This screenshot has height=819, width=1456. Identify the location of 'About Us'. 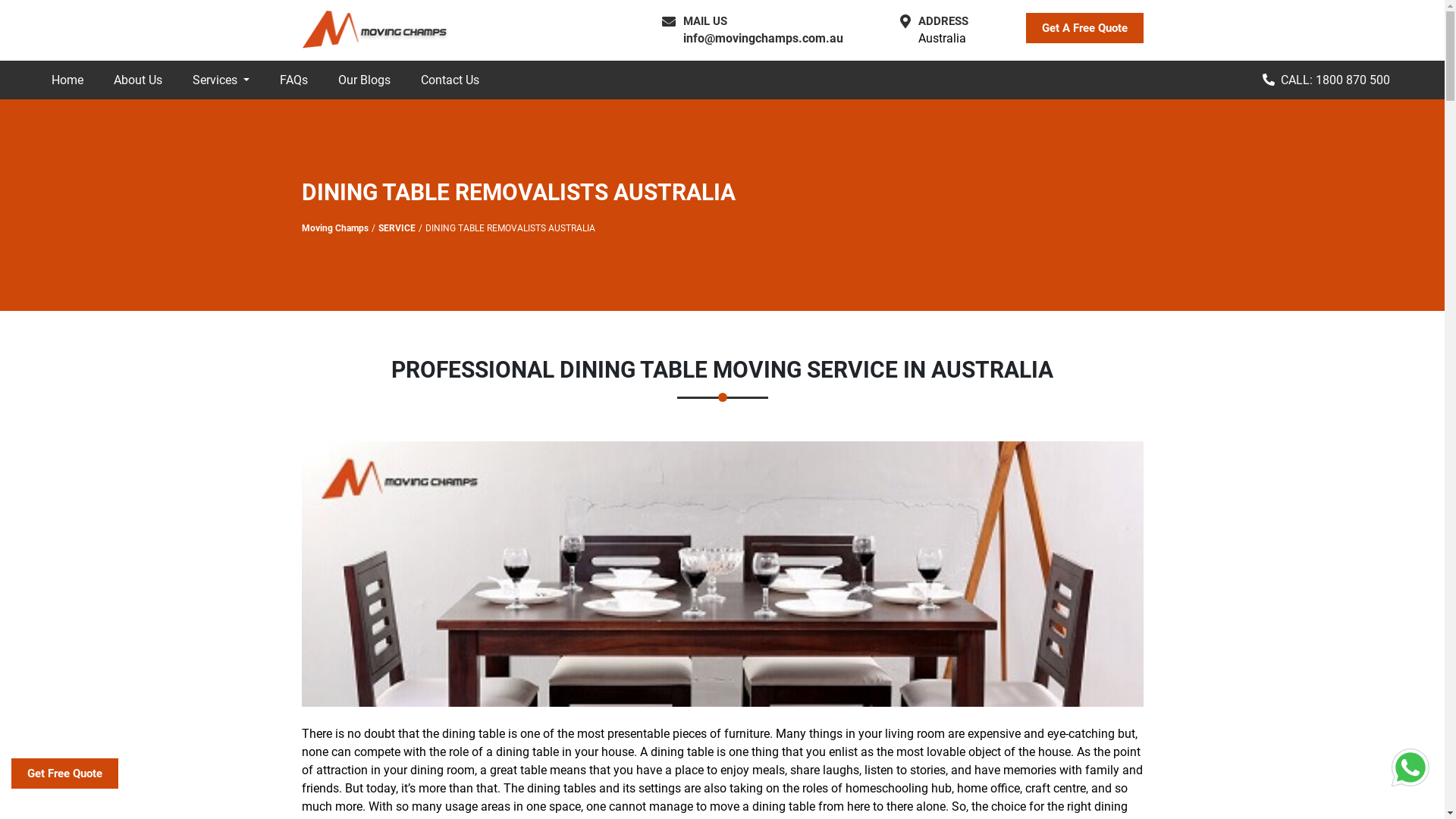
(138, 80).